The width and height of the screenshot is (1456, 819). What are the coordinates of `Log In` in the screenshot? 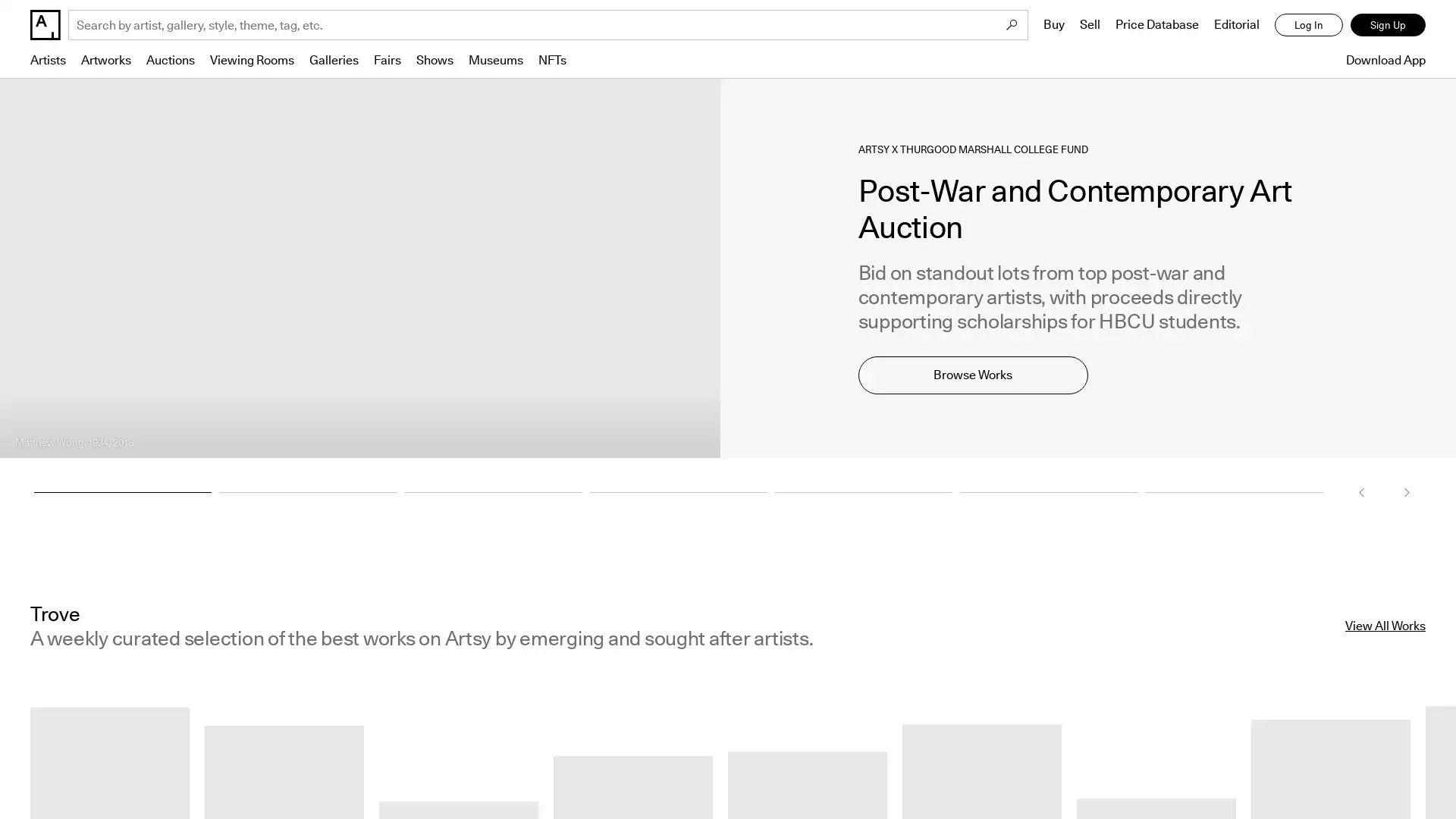 It's located at (1308, 25).